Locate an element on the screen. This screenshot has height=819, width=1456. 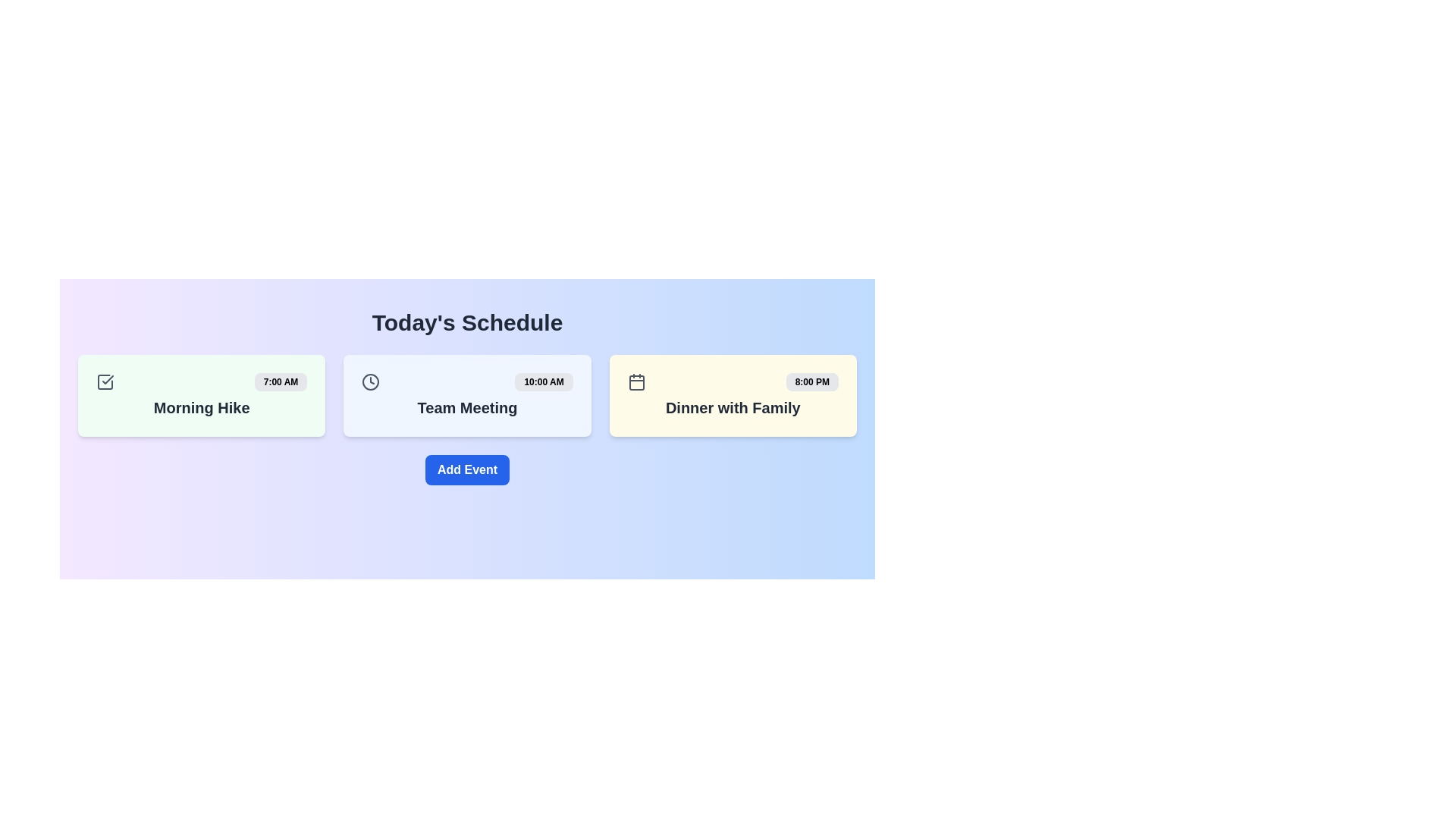
the label displaying '8:00 PM' which is styled in a small, bold, centered font within a rounded rectangle in the upper-right region of the 'Dinner with Family' block is located at coordinates (811, 381).